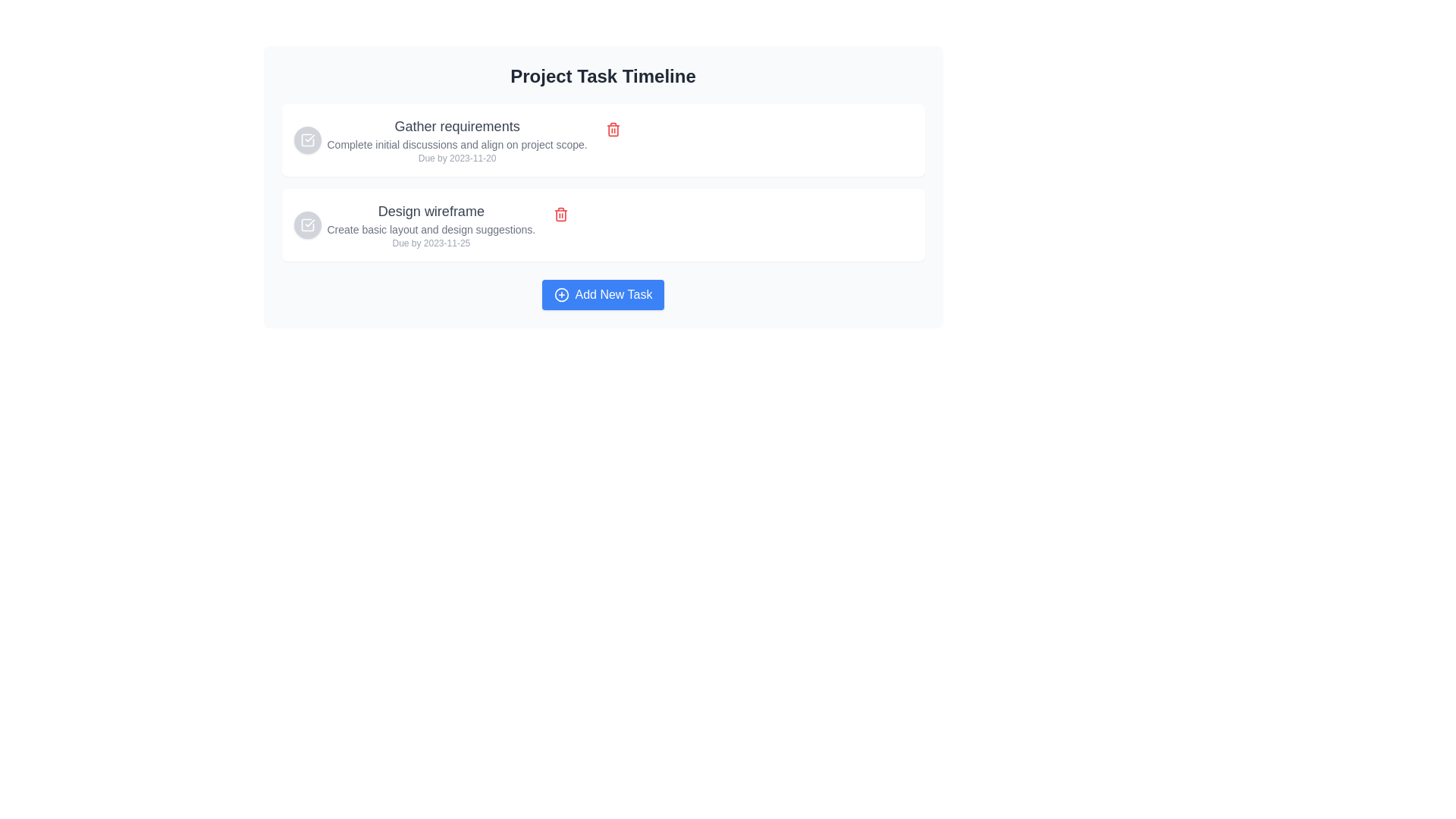 Image resolution: width=1456 pixels, height=819 pixels. What do you see at coordinates (306, 140) in the screenshot?
I see `the completion icon located to the left of the 'Gather requirements' task title in the project task list to mark the task as complete` at bounding box center [306, 140].